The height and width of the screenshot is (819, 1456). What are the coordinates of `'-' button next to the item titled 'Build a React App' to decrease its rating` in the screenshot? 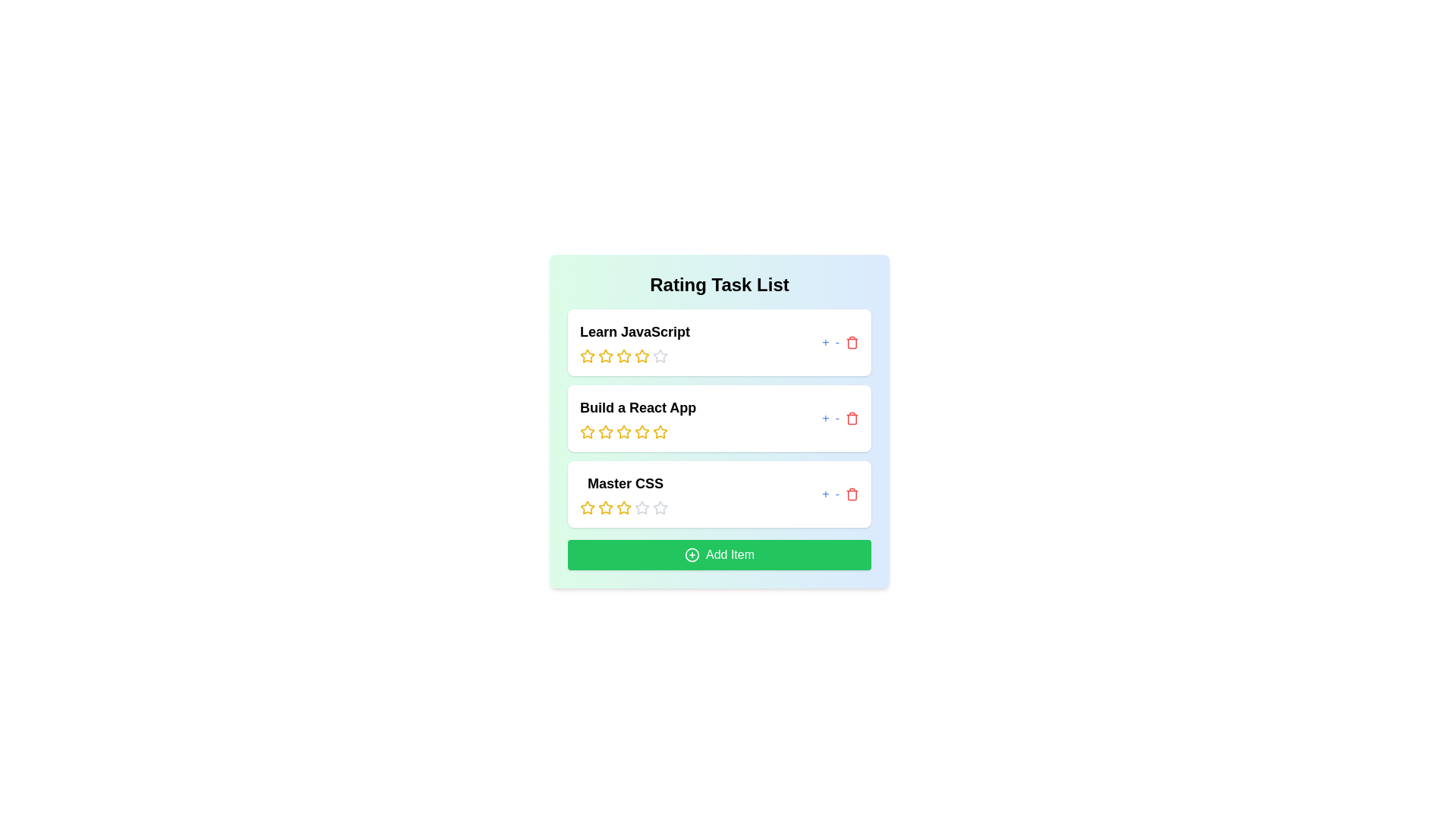 It's located at (836, 418).